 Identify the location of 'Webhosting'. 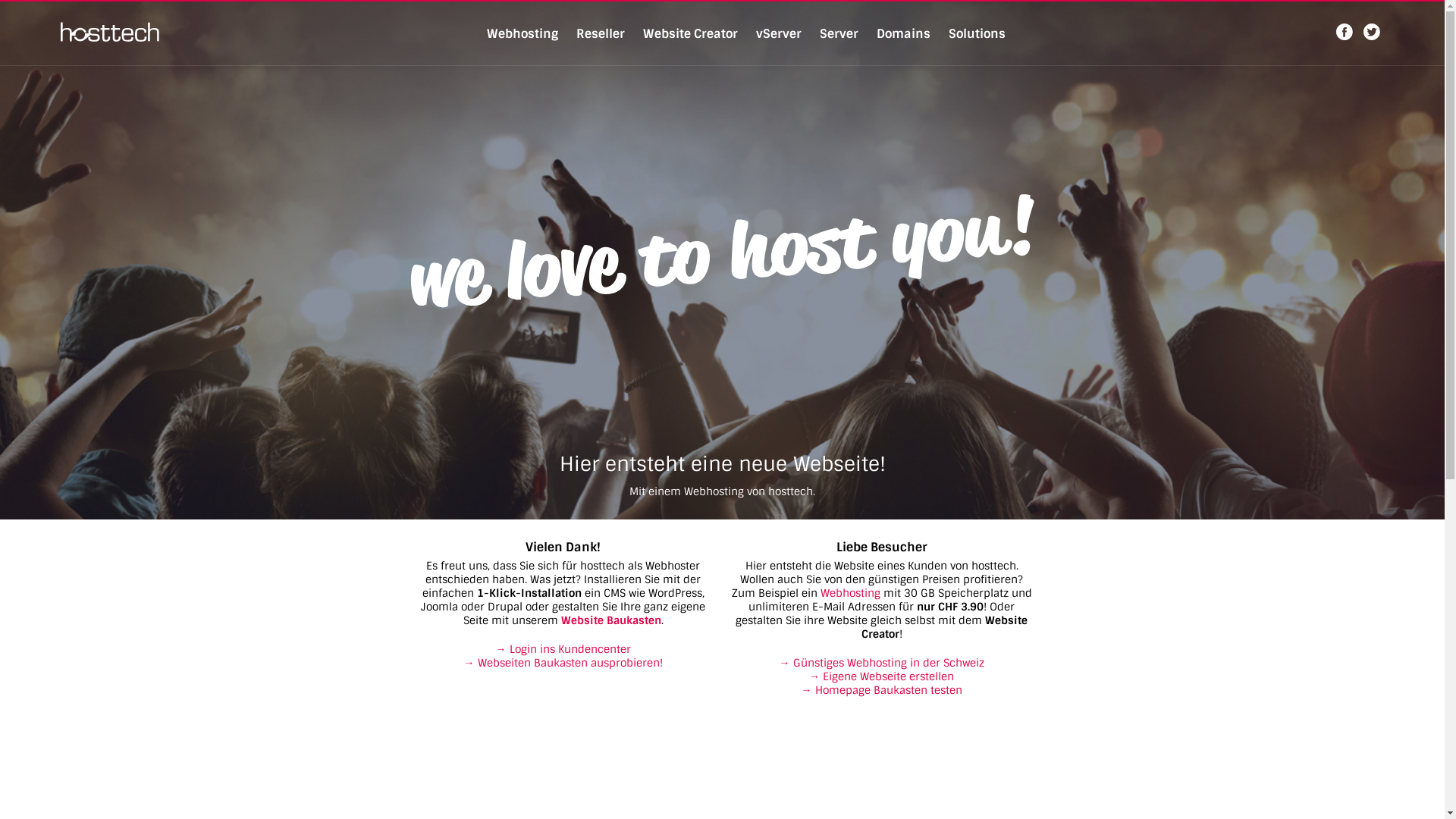
(522, 33).